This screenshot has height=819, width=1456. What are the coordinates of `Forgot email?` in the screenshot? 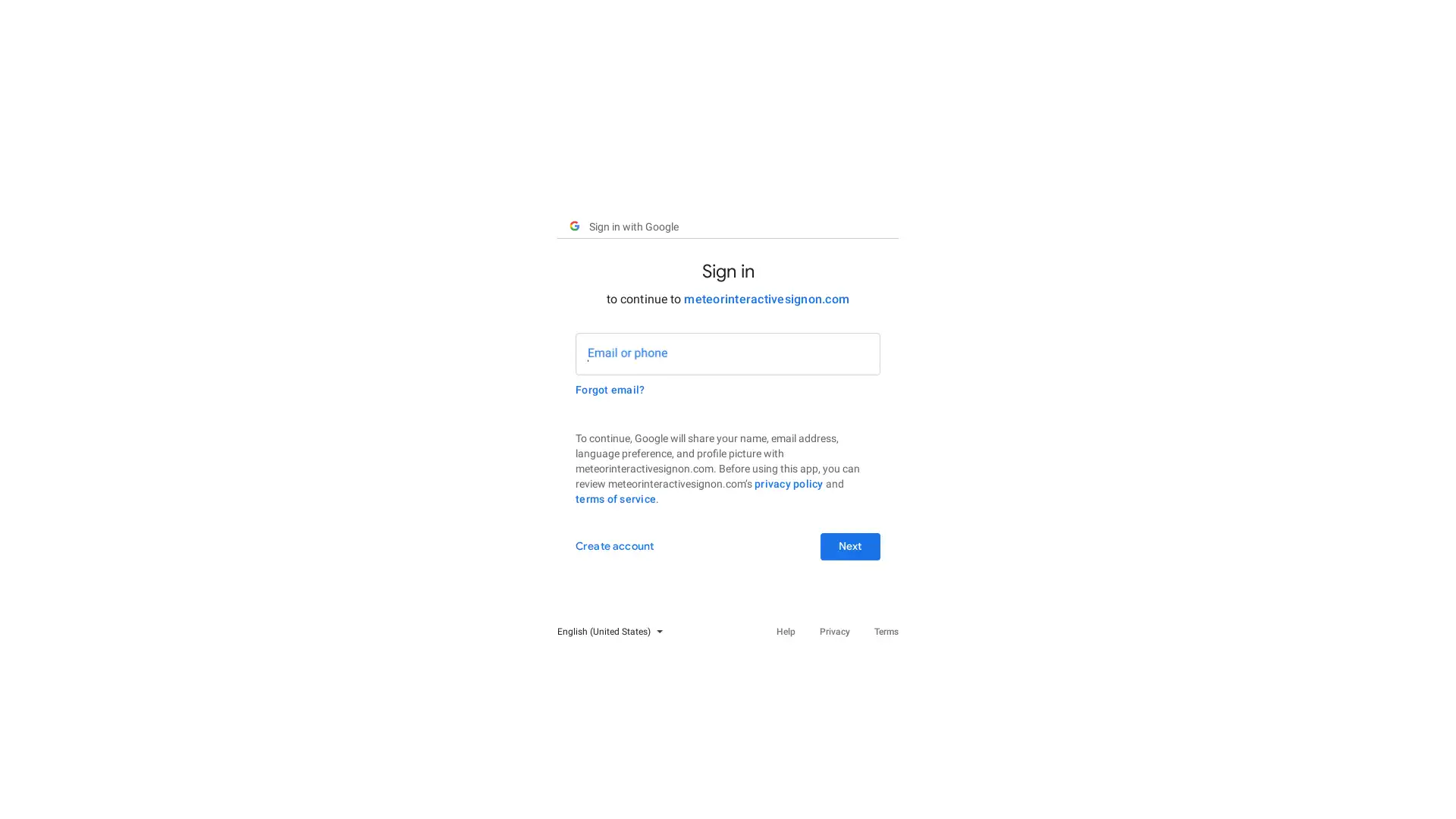 It's located at (623, 397).